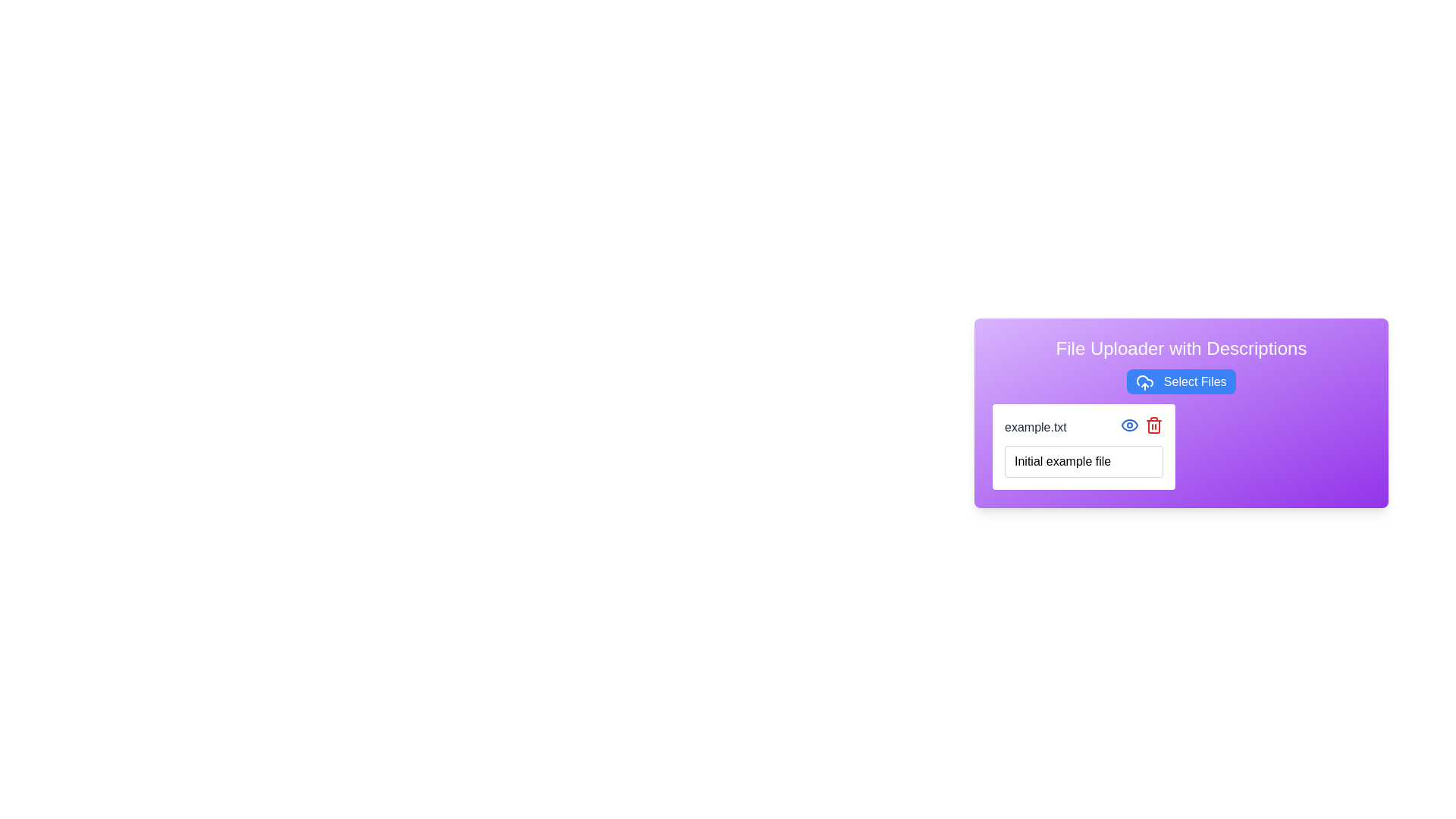 This screenshot has height=819, width=1456. I want to click on the button located at the top right portion of the 'File Uploader with Descriptions' interface, so click(1181, 381).